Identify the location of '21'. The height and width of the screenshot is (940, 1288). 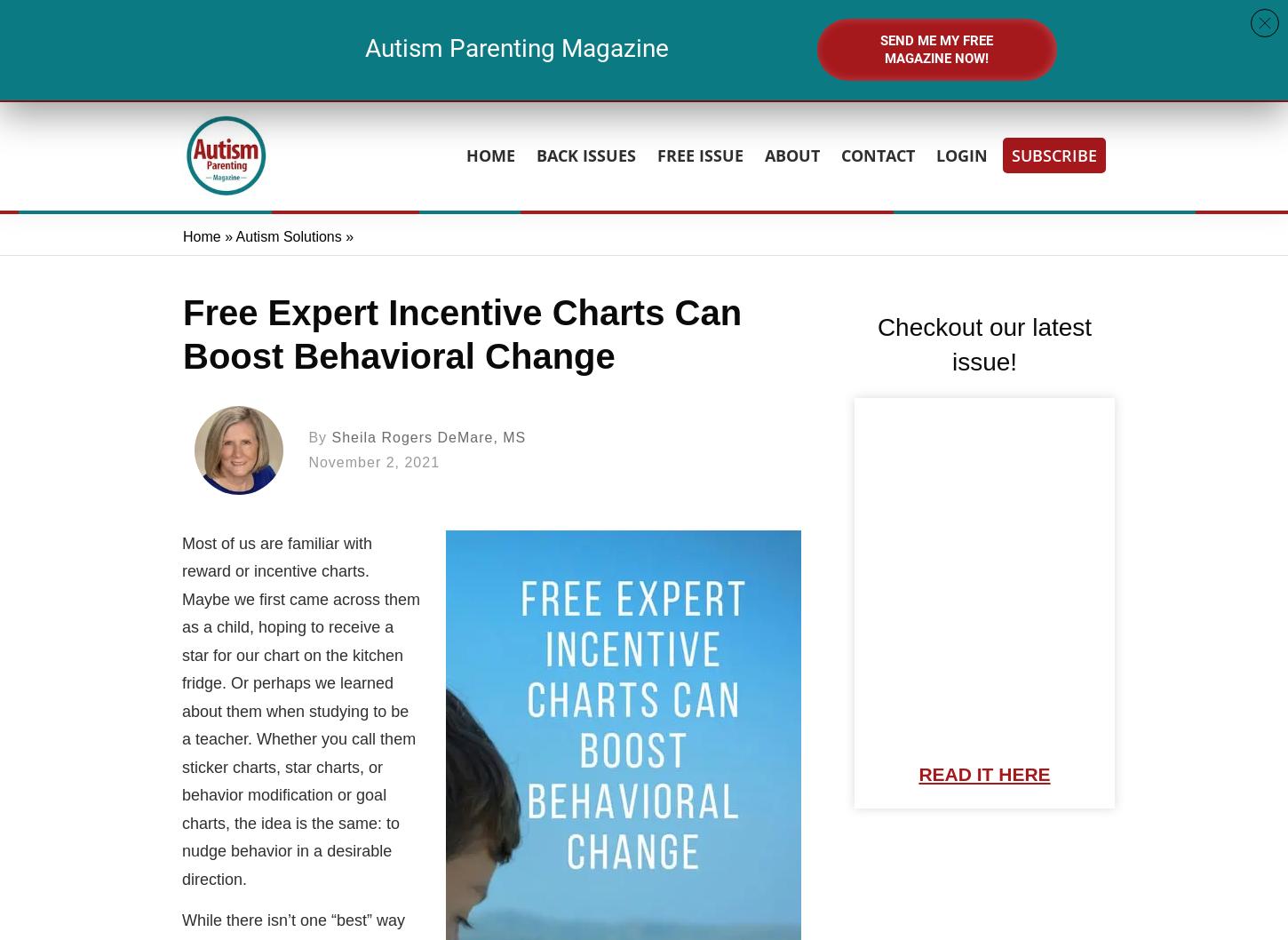
(648, 37).